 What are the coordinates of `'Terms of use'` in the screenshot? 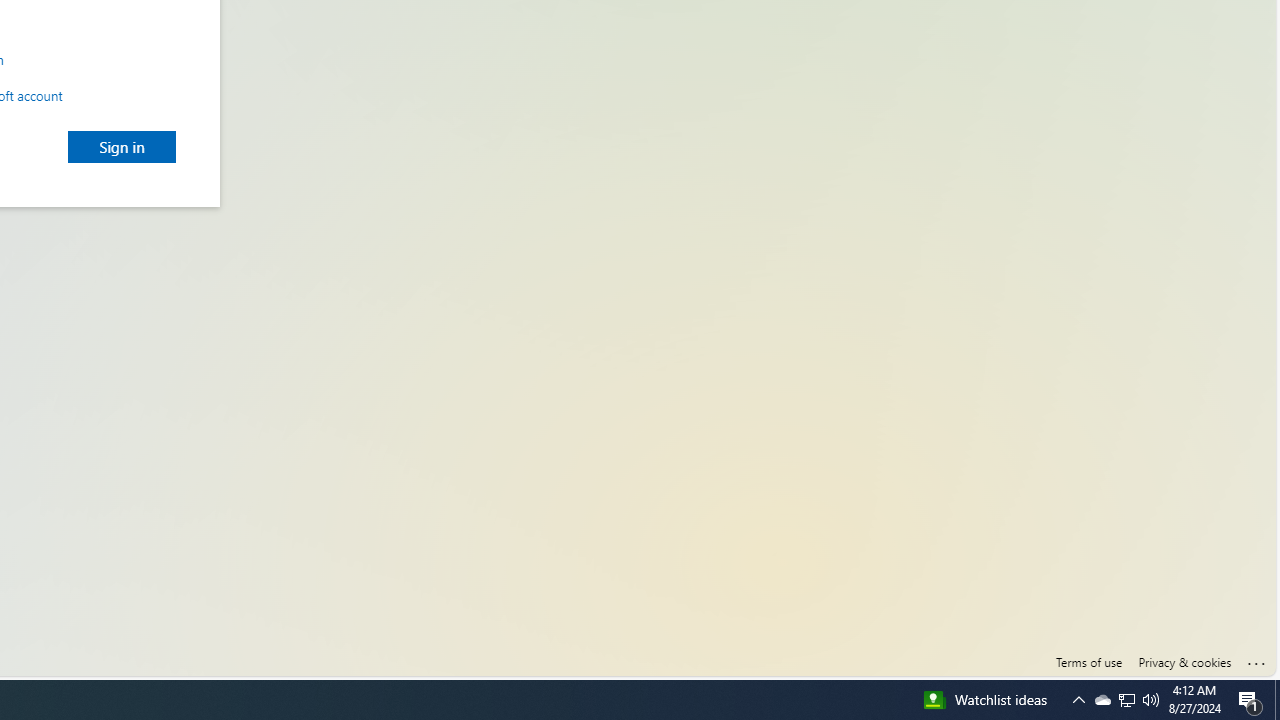 It's located at (1087, 662).